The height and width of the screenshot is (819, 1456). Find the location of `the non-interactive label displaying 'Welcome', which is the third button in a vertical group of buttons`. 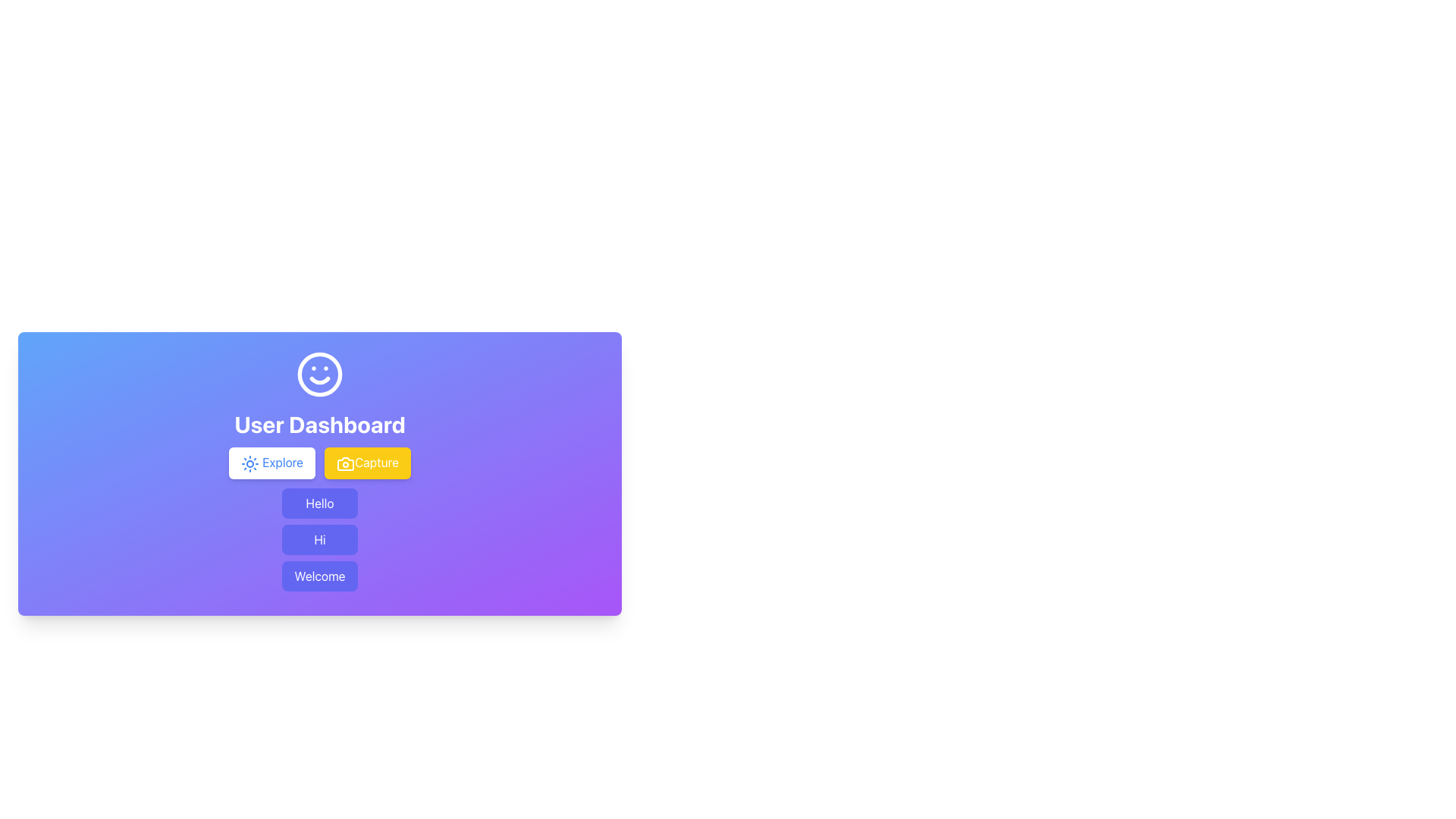

the non-interactive label displaying 'Welcome', which is the third button in a vertical group of buttons is located at coordinates (319, 576).